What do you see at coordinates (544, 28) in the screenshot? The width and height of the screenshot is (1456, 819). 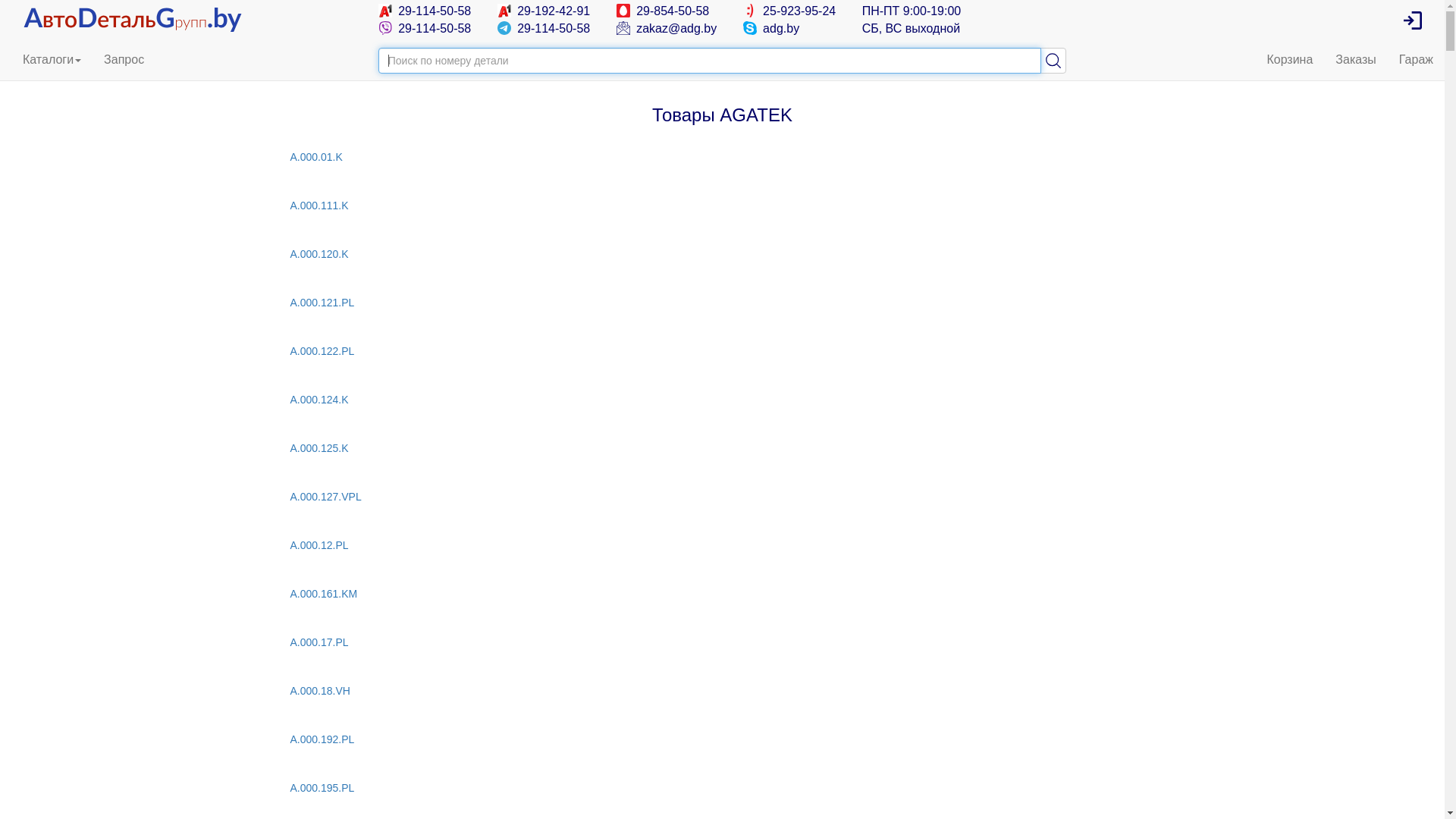 I see `'29-114-50-58'` at bounding box center [544, 28].